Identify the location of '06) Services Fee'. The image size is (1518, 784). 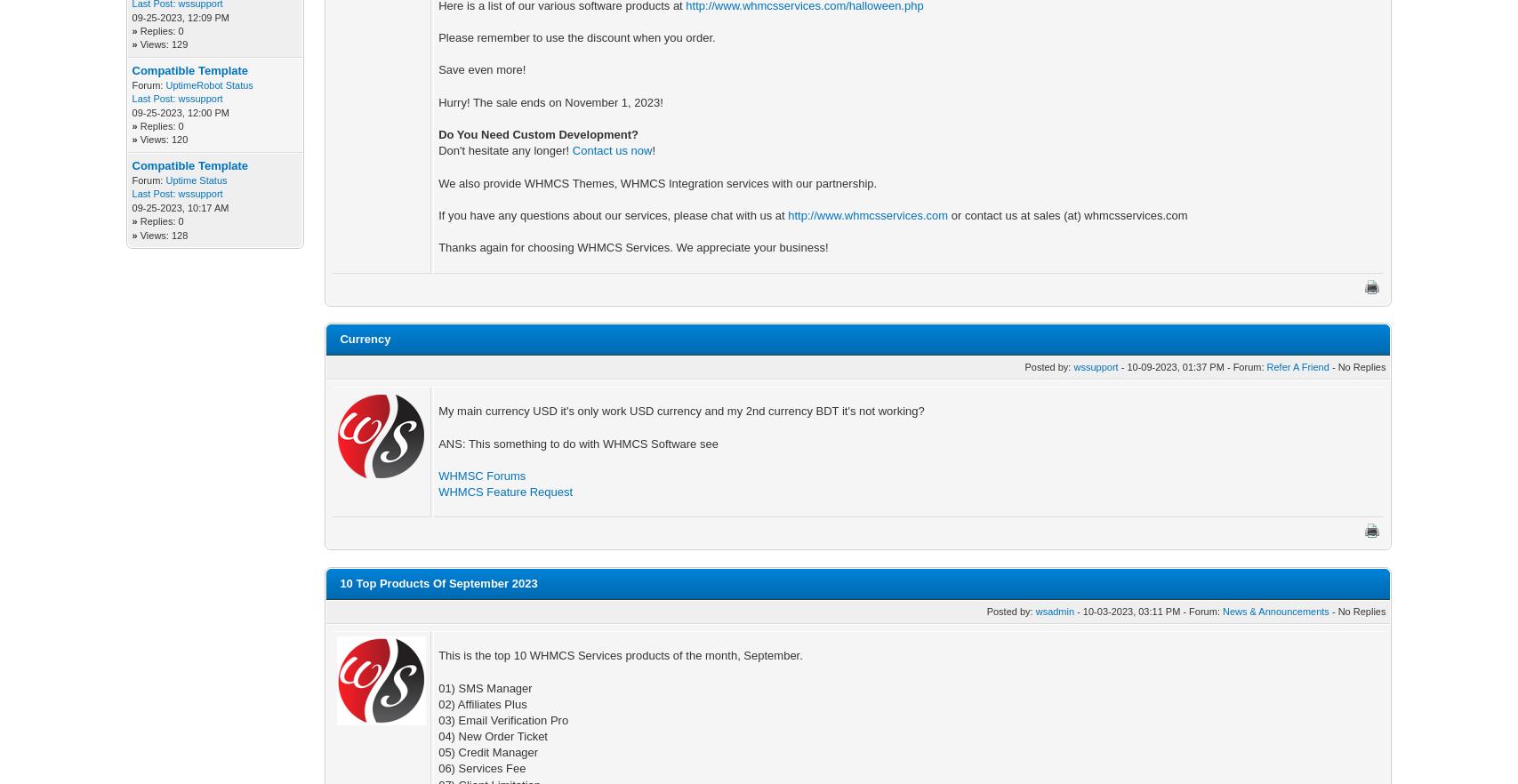
(438, 767).